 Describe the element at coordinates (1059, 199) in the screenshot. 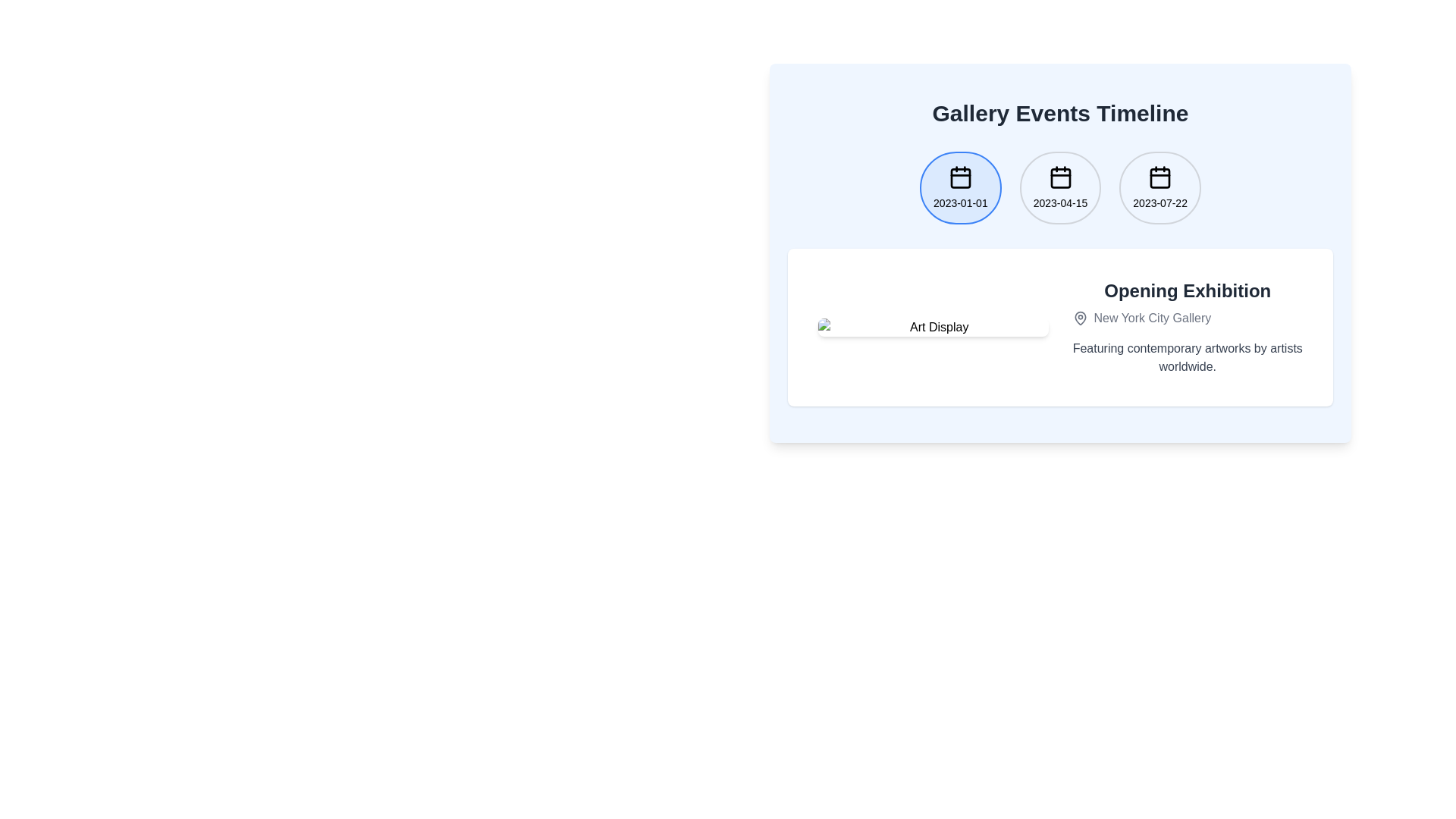

I see `the circular button labeled '2023-04-15' with a grey border and a white background` at that location.